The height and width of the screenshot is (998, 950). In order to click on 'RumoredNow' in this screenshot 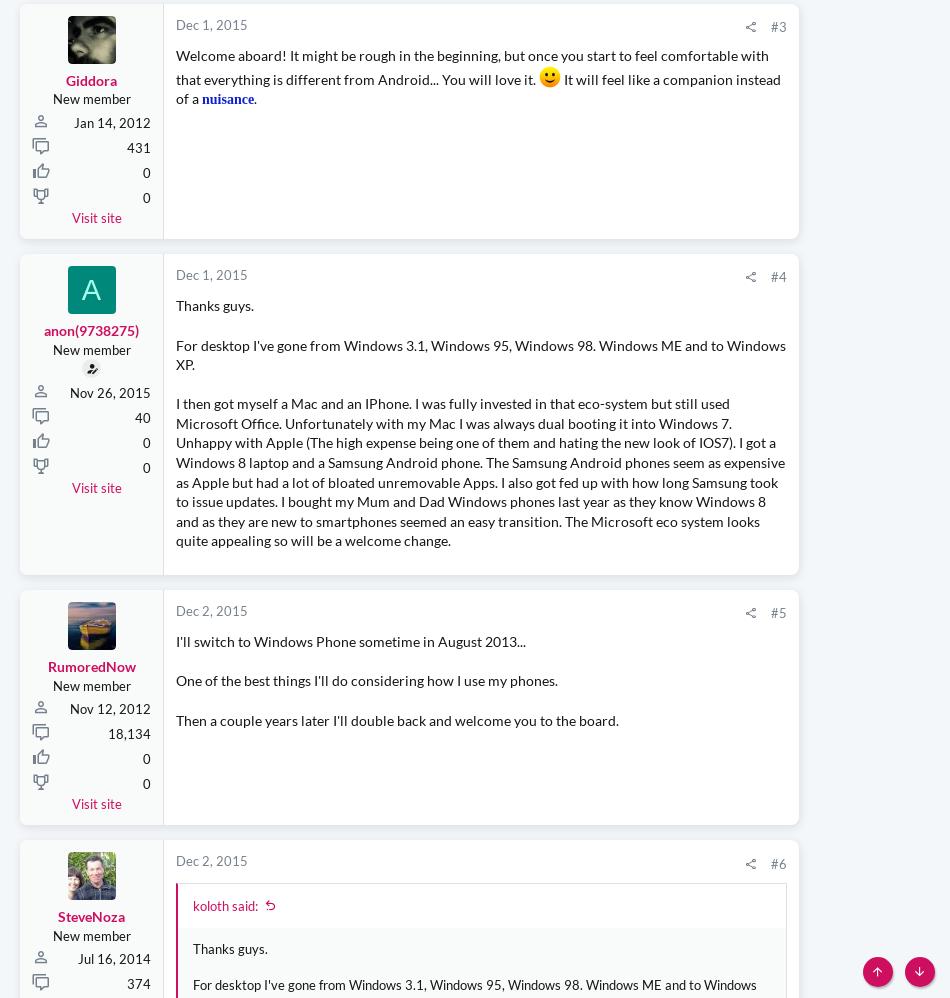, I will do `click(91, 803)`.